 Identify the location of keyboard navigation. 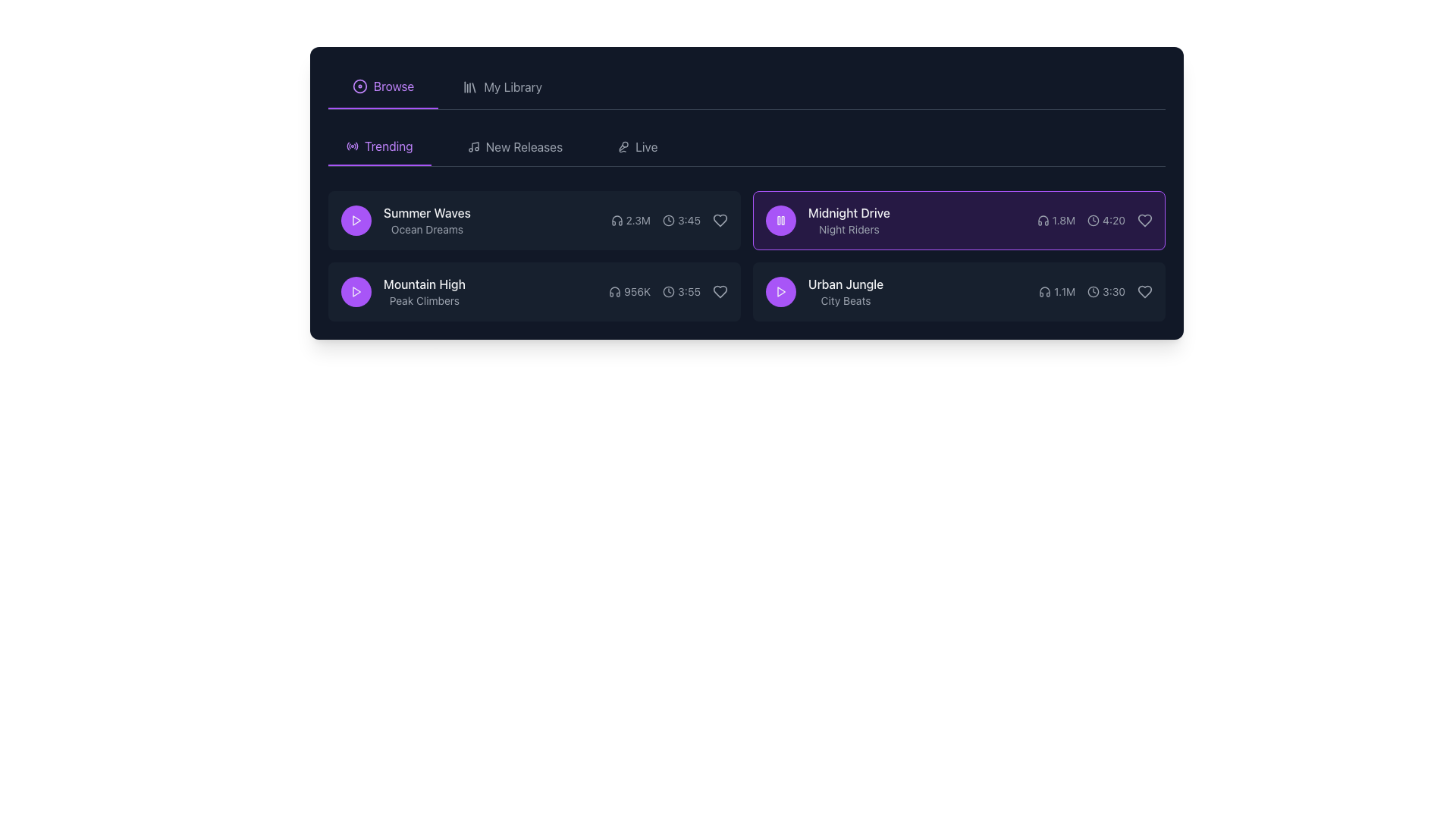
(356, 292).